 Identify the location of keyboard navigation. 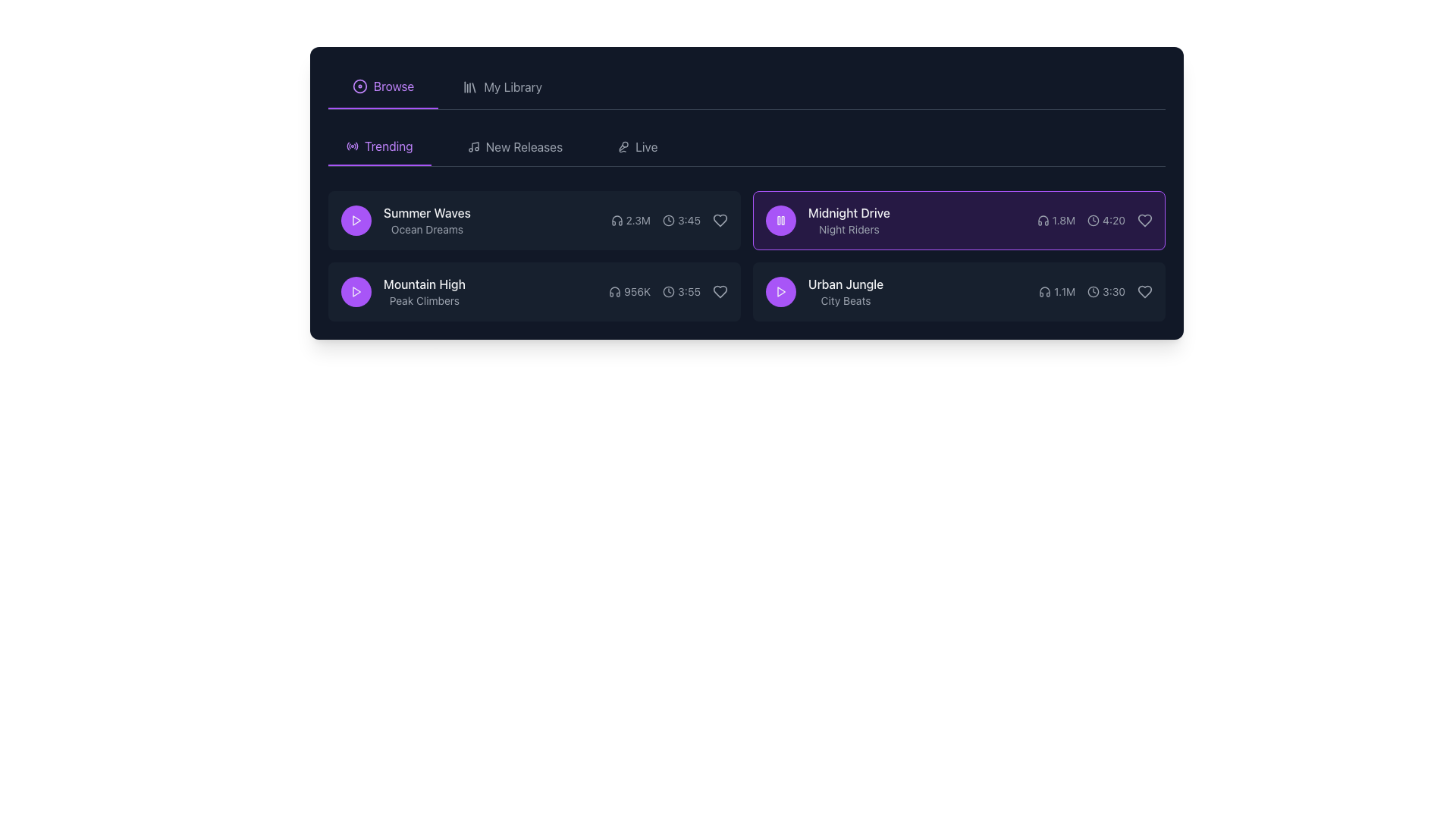
(356, 292).